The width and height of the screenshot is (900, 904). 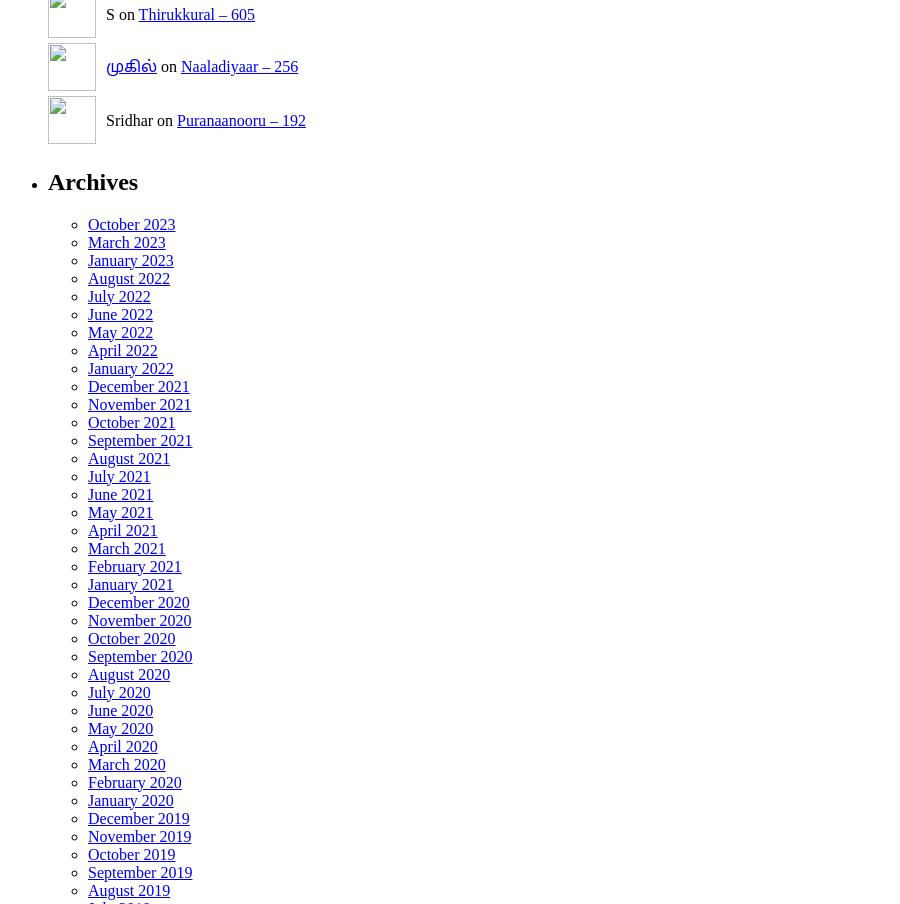 I want to click on 'October 2021', so click(x=131, y=421).